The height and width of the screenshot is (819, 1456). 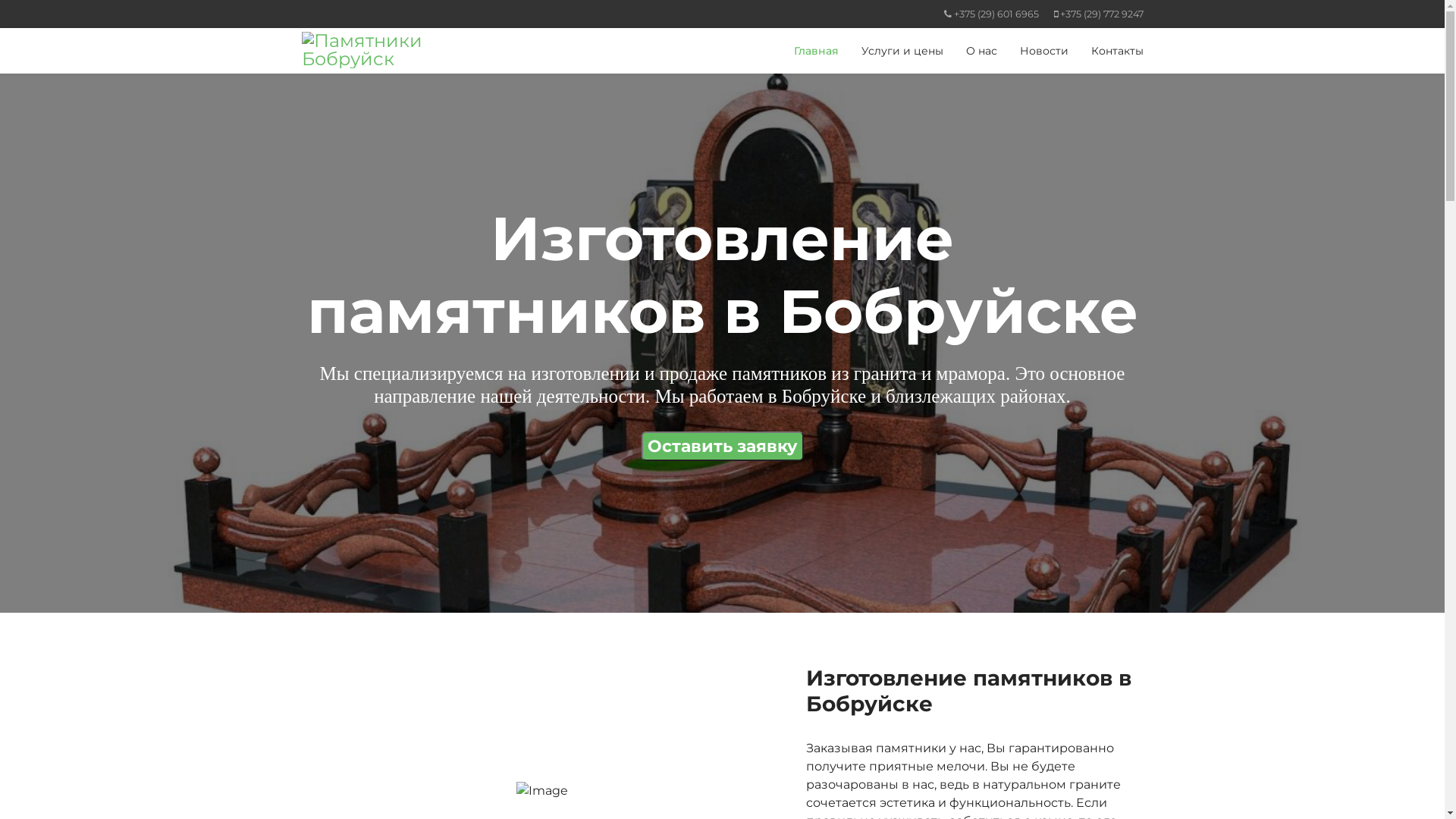 I want to click on '+375 (29) 772 9247', so click(x=1102, y=14).